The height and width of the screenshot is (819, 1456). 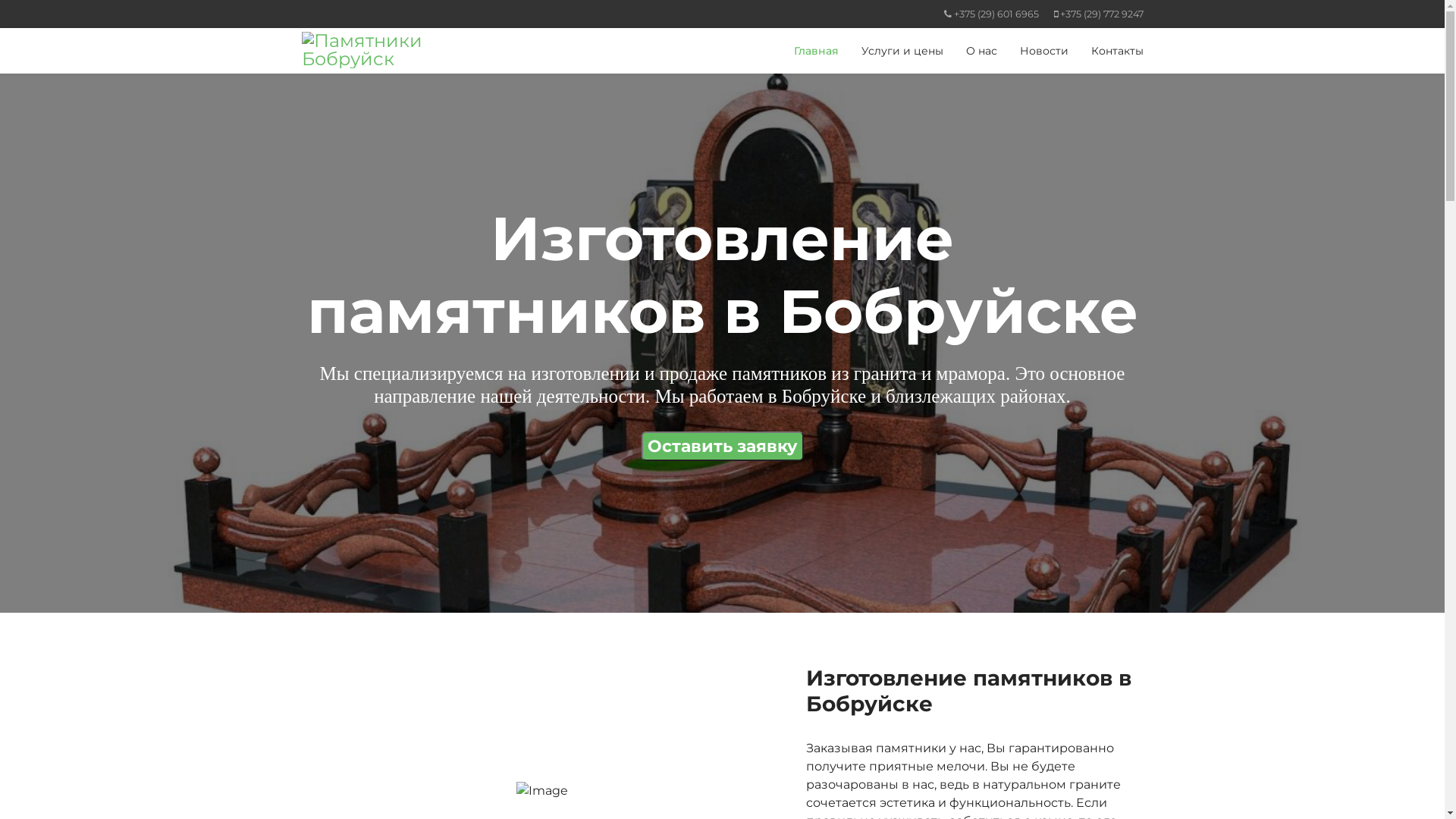 I want to click on '+375 (29) 772 9247', so click(x=1102, y=14).